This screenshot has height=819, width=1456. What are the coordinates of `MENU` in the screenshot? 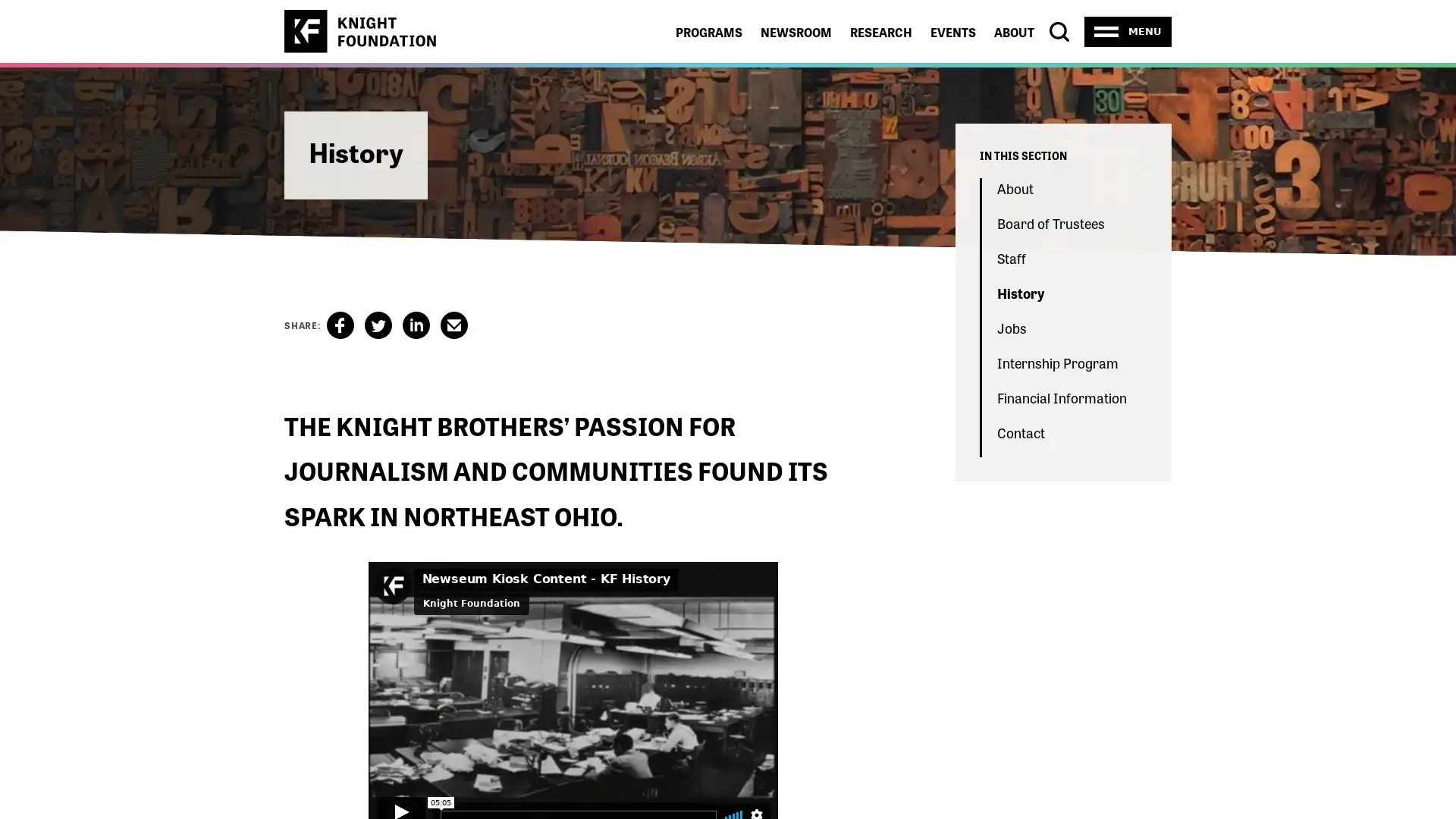 It's located at (1128, 31).